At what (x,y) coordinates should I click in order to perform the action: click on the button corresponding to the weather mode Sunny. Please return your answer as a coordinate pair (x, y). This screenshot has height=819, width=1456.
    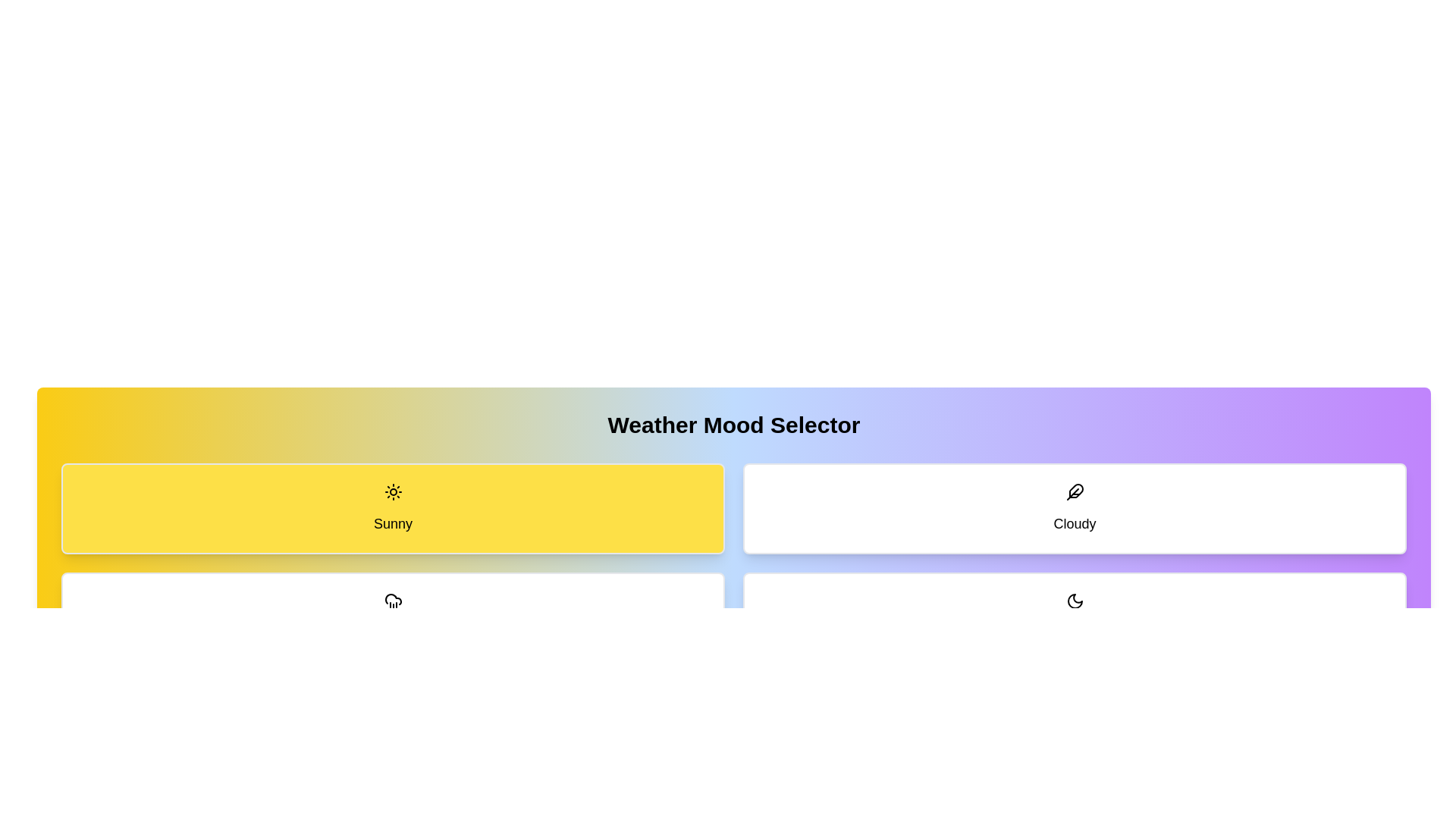
    Looking at the image, I should click on (393, 509).